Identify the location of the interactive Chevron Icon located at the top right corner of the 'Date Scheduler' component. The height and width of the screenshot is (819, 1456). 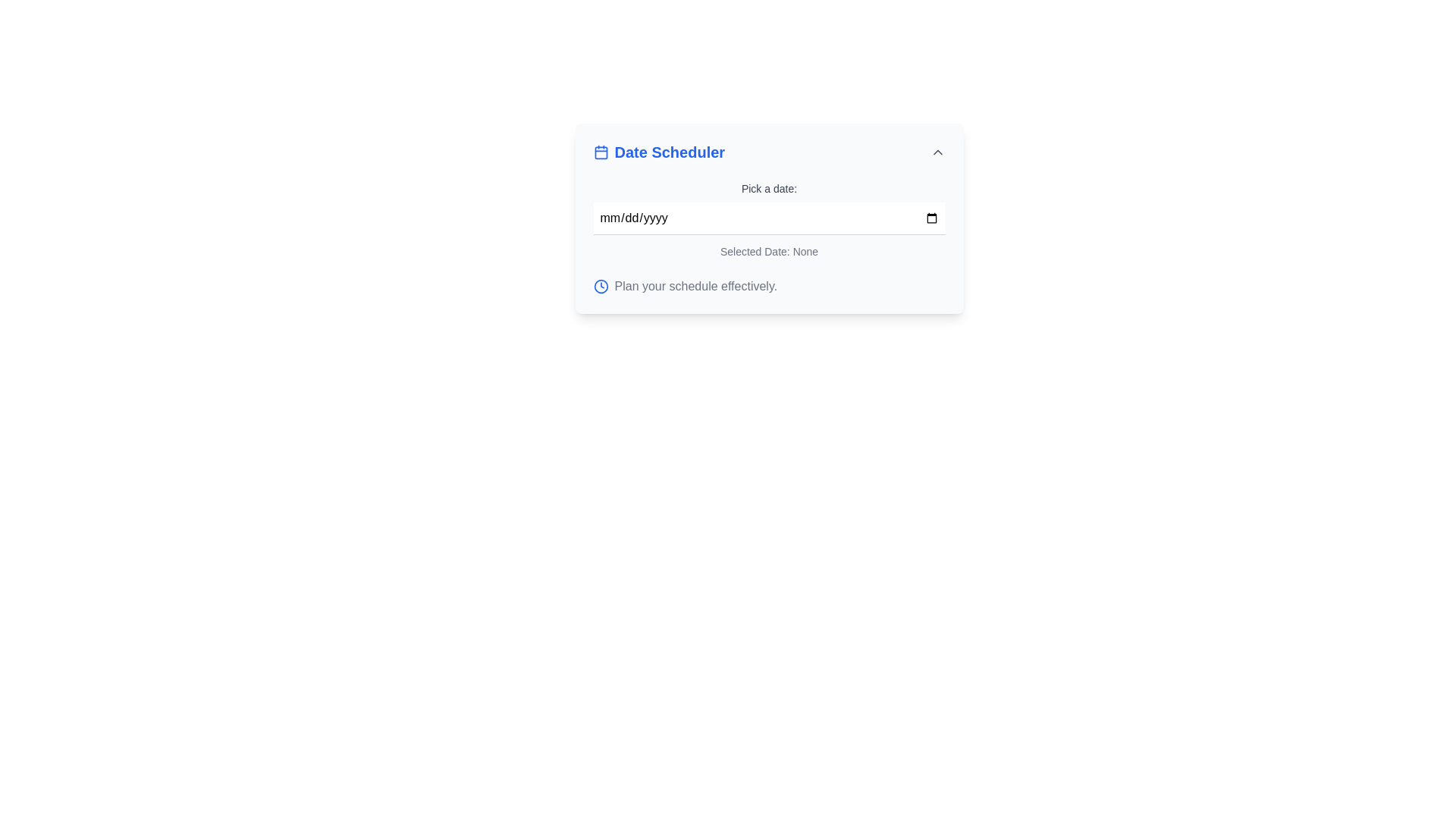
(937, 152).